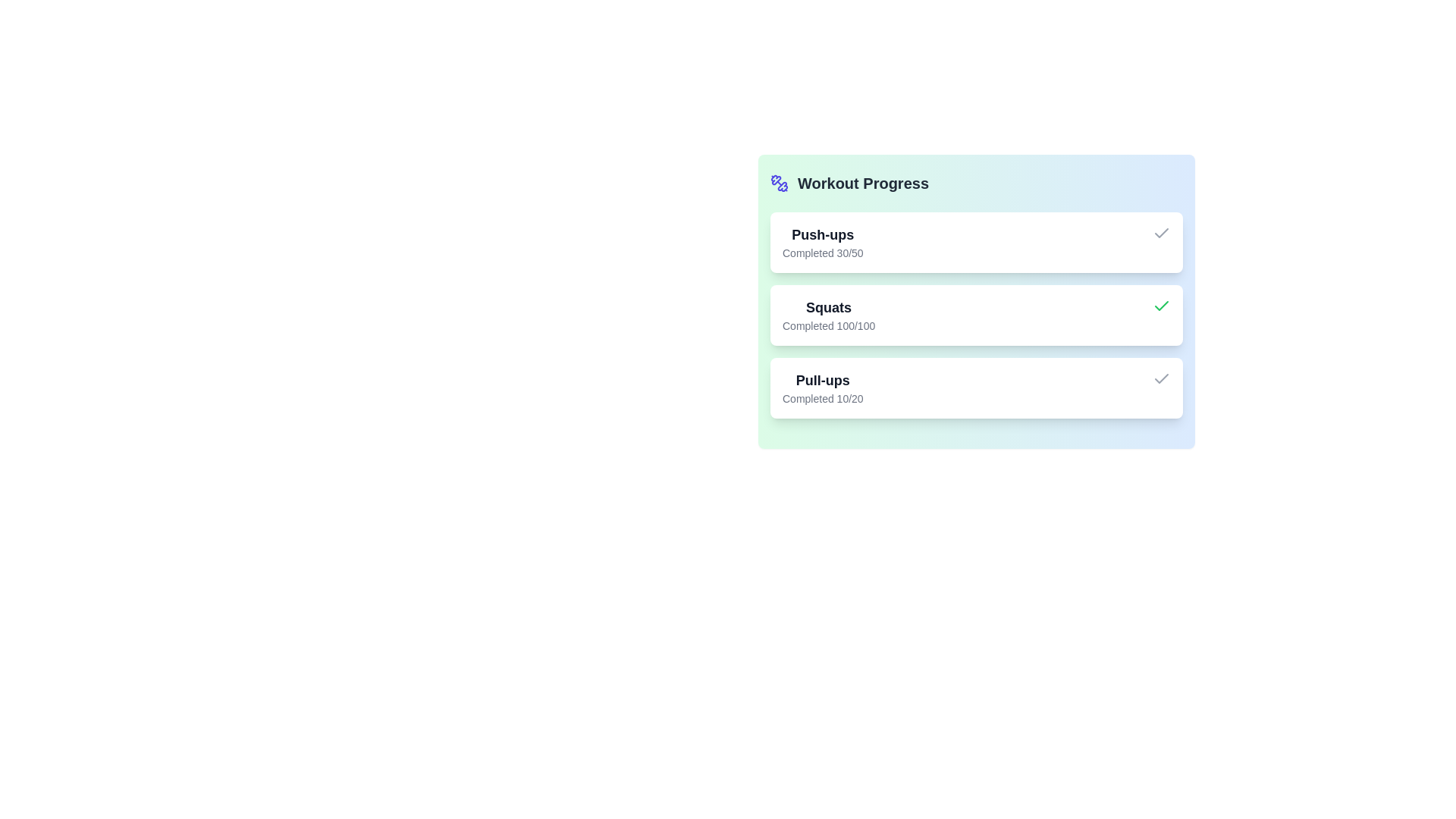  Describe the element at coordinates (822, 379) in the screenshot. I see `the 'Pull-ups' text label` at that location.